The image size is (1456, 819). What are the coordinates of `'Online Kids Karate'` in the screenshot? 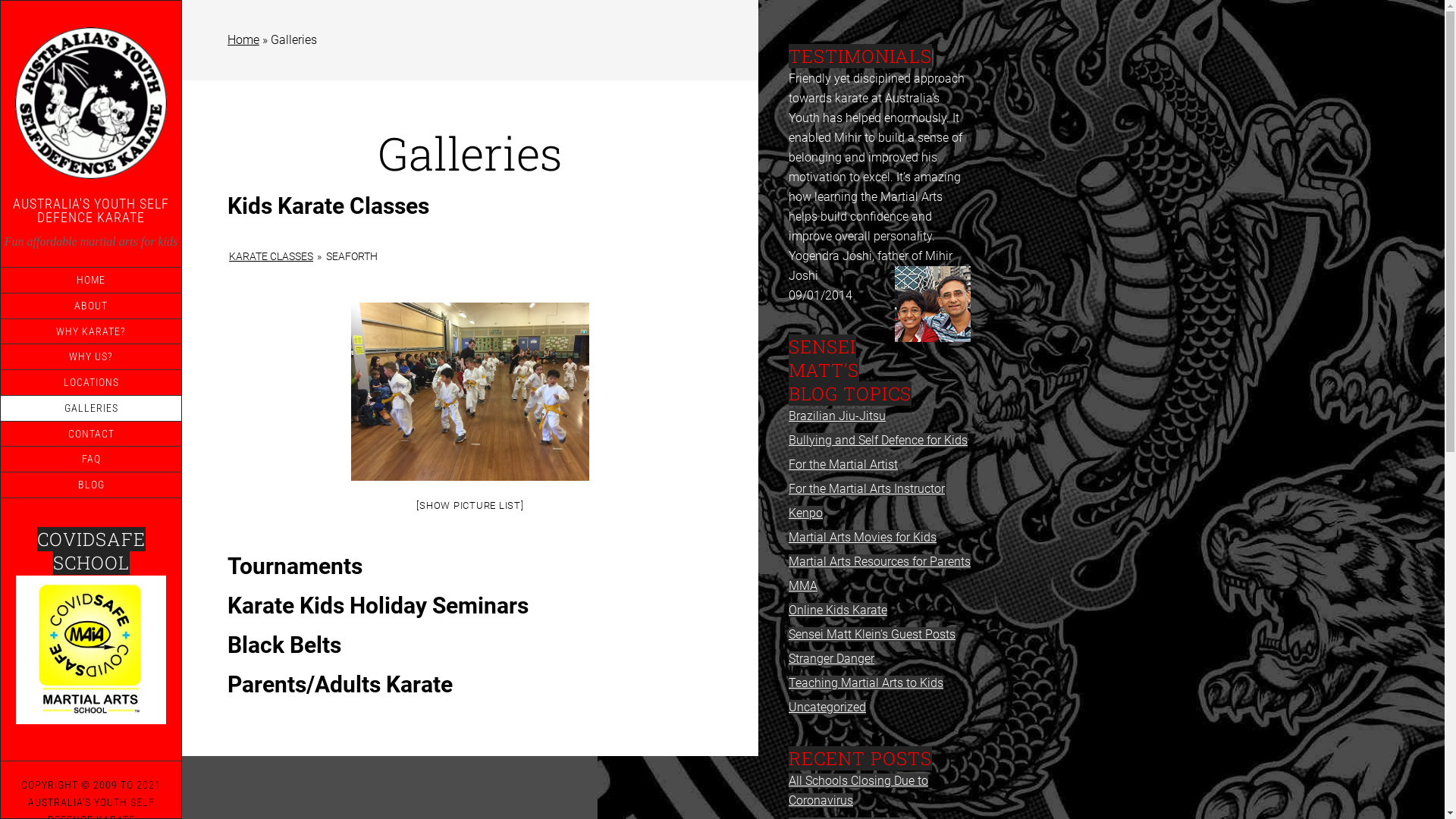 It's located at (789, 609).